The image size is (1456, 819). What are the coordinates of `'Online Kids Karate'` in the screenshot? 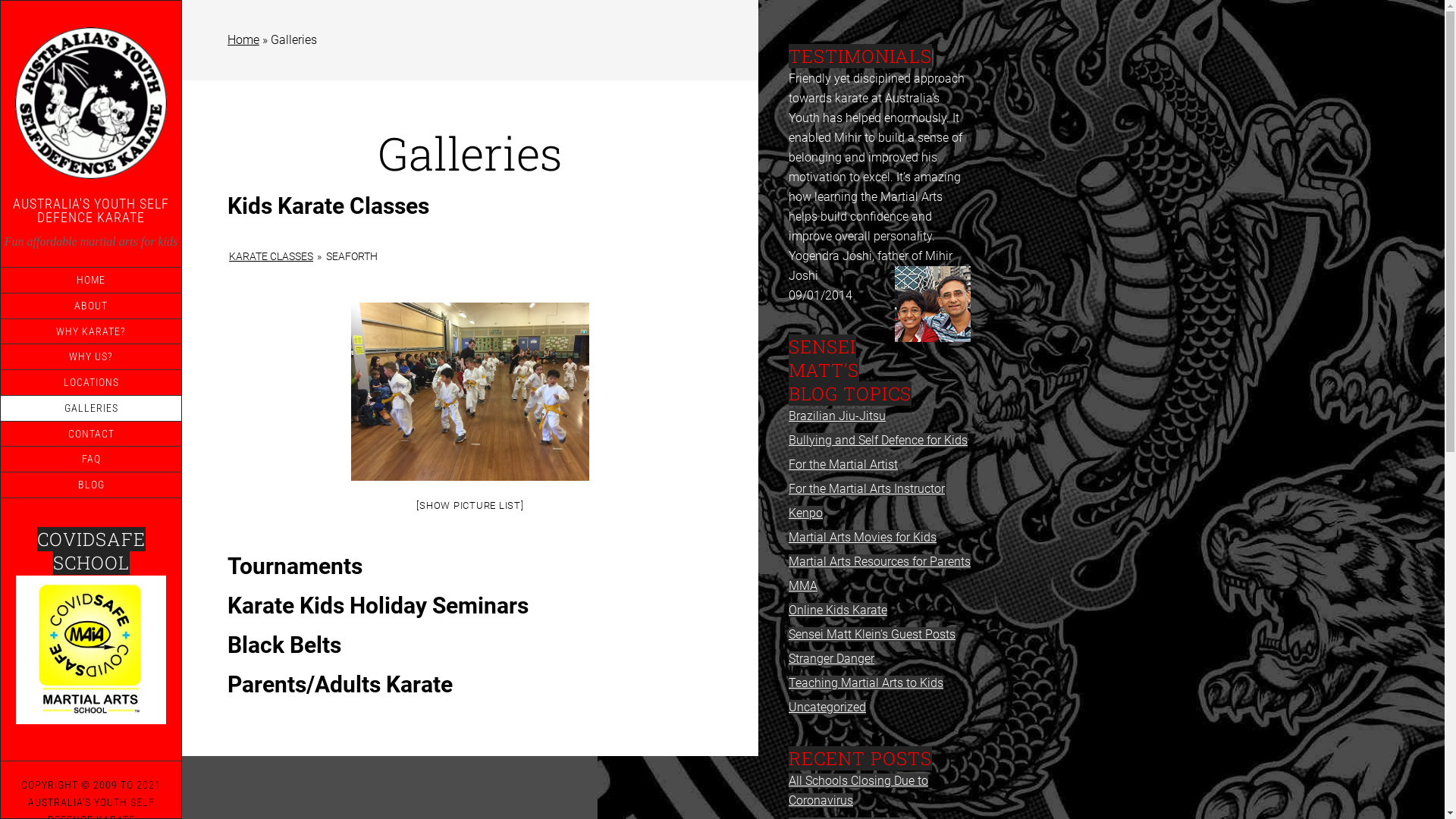 It's located at (789, 609).